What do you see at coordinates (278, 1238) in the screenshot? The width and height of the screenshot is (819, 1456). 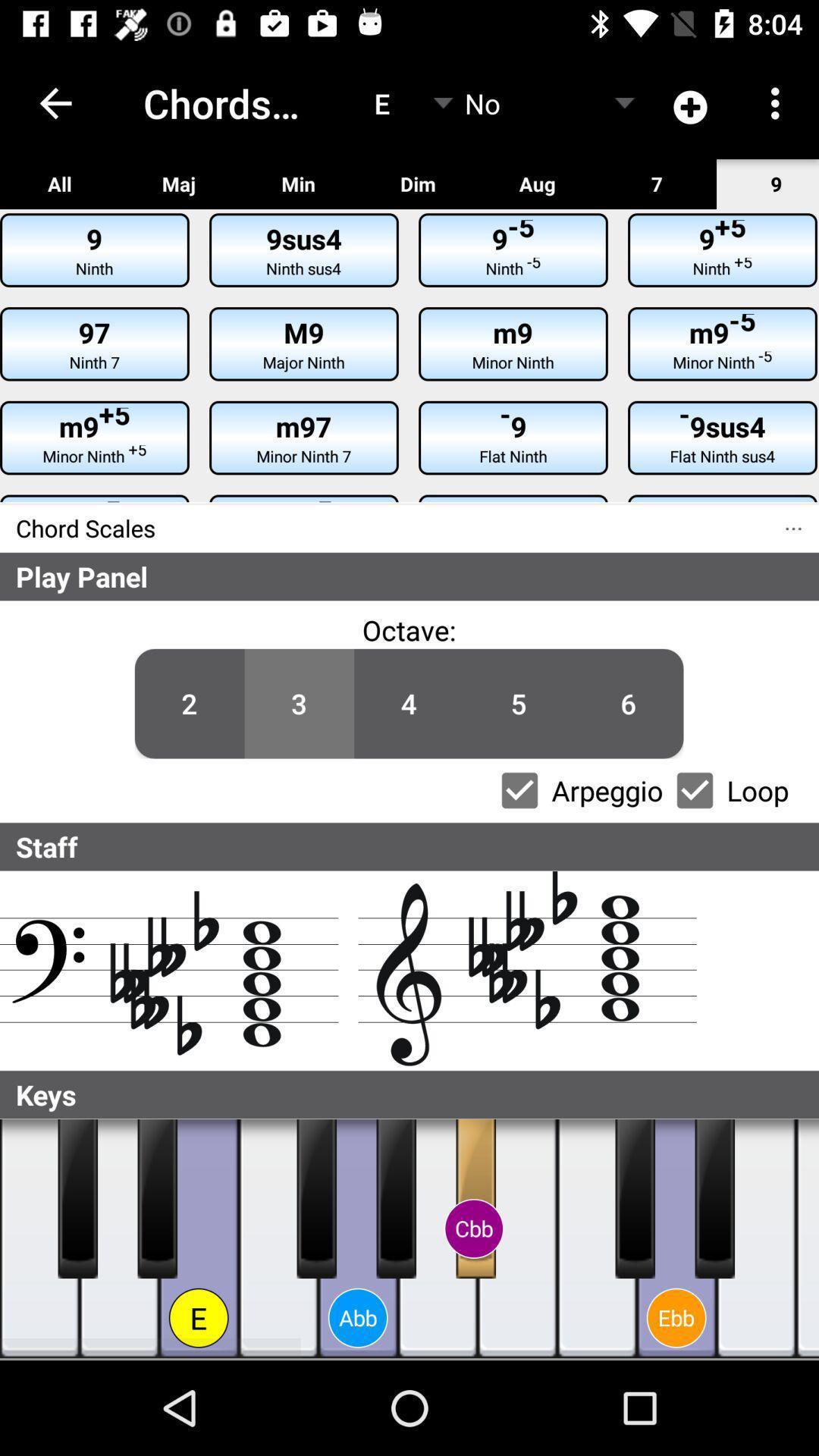 I see `piano key` at bounding box center [278, 1238].